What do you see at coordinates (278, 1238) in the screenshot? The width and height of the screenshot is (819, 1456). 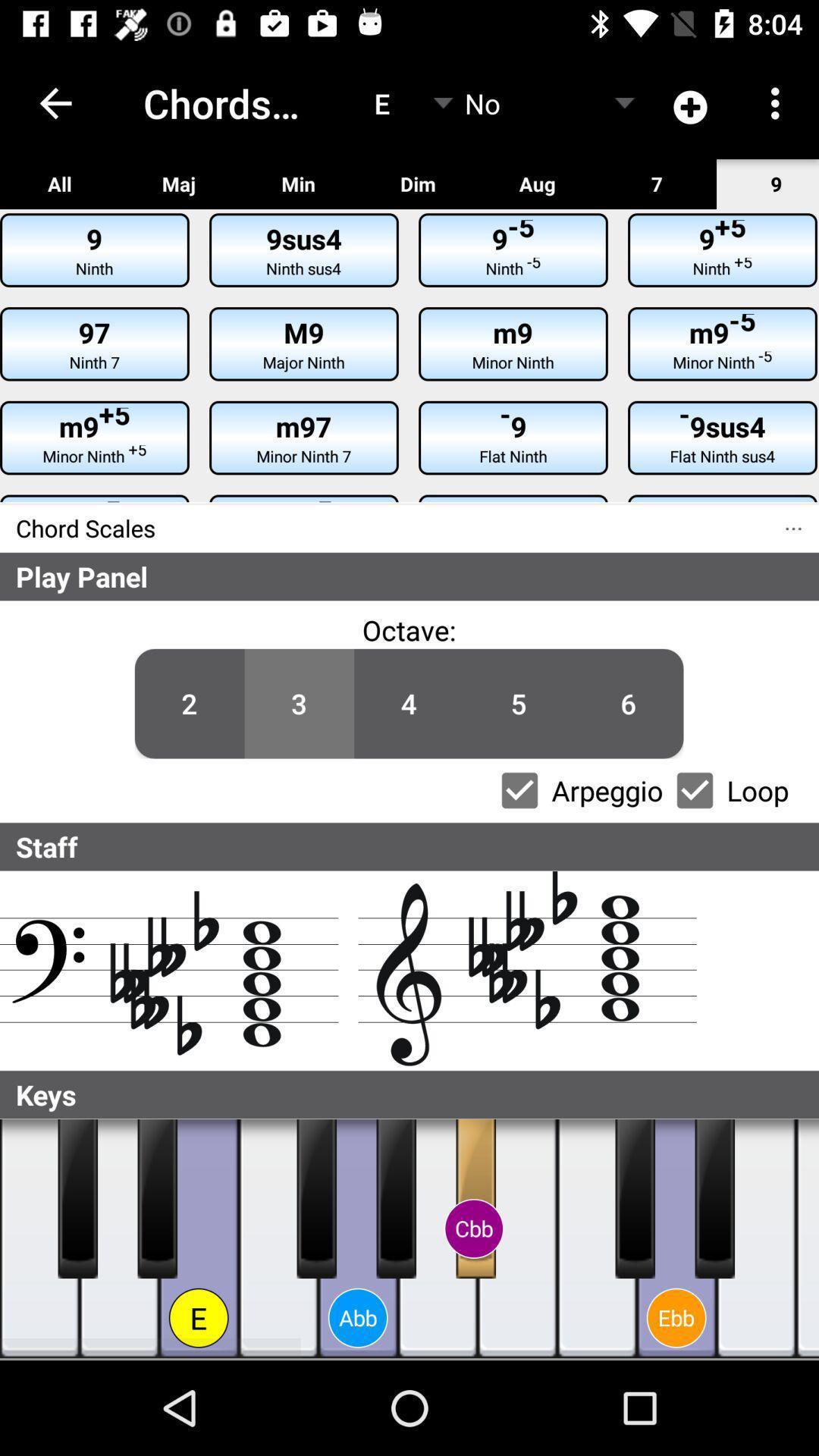 I see `piano key` at bounding box center [278, 1238].